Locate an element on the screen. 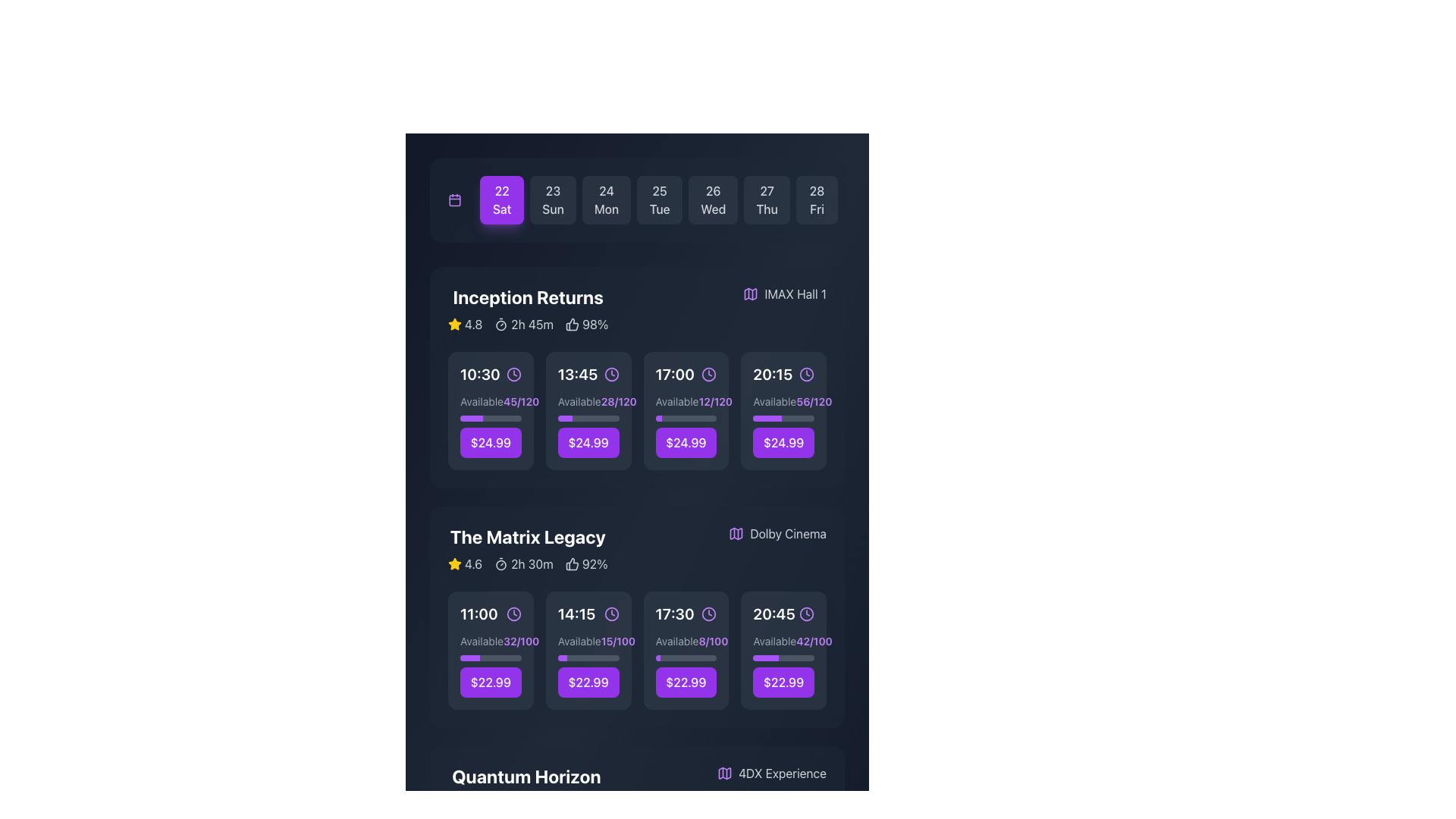 This screenshot has height=819, width=1456. the actionable button for selecting seats for a specific movie showing is located at coordinates (491, 411).